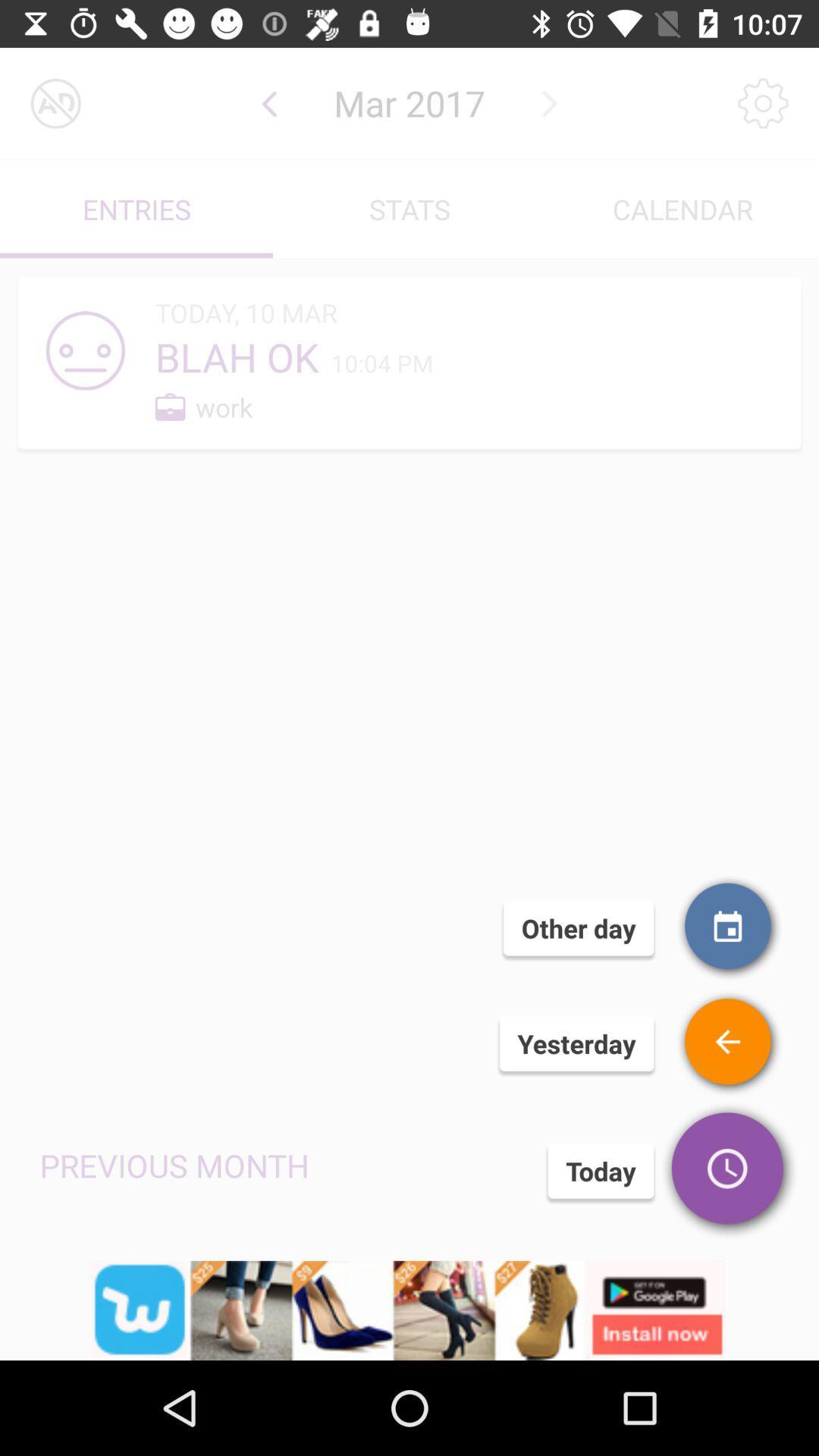 The image size is (819, 1456). What do you see at coordinates (763, 102) in the screenshot?
I see `the settings icon` at bounding box center [763, 102].